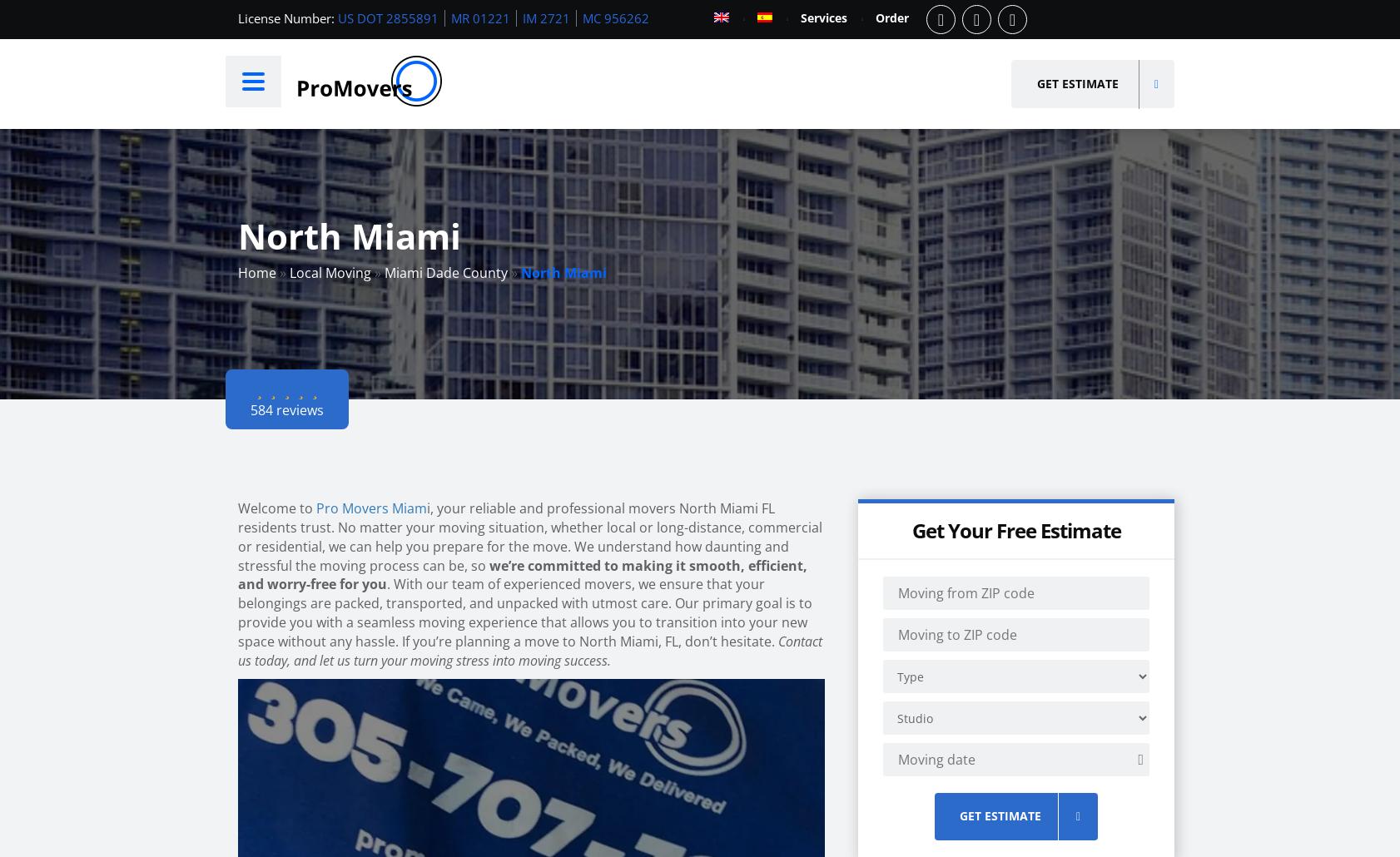  I want to click on 'i, your reliable and professional movers North Miami FL residents trust. No matter your moving situation, whether local or long-distance, commercial or residential, we can help you prepare for the move. We understand how daunting and stressful the moving process can be, so', so click(529, 535).